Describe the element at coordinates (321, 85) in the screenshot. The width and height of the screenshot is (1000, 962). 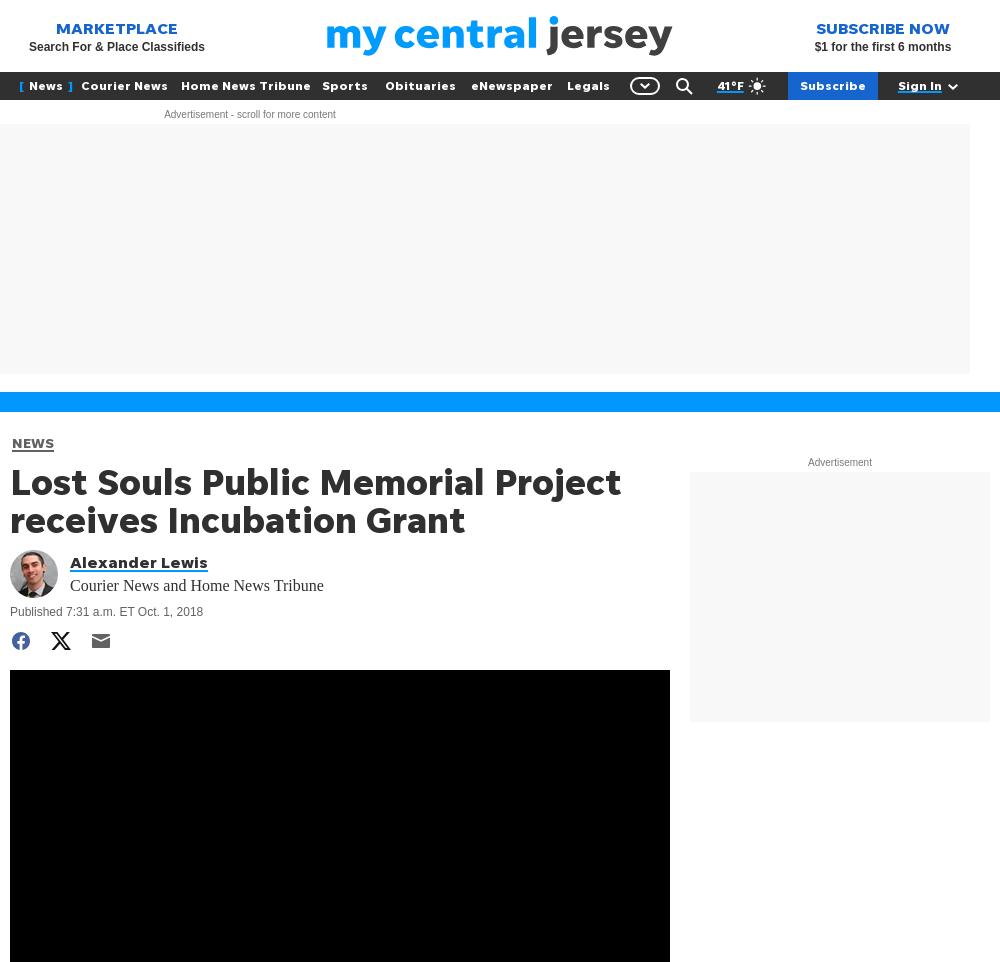
I see `'Sports'` at that location.